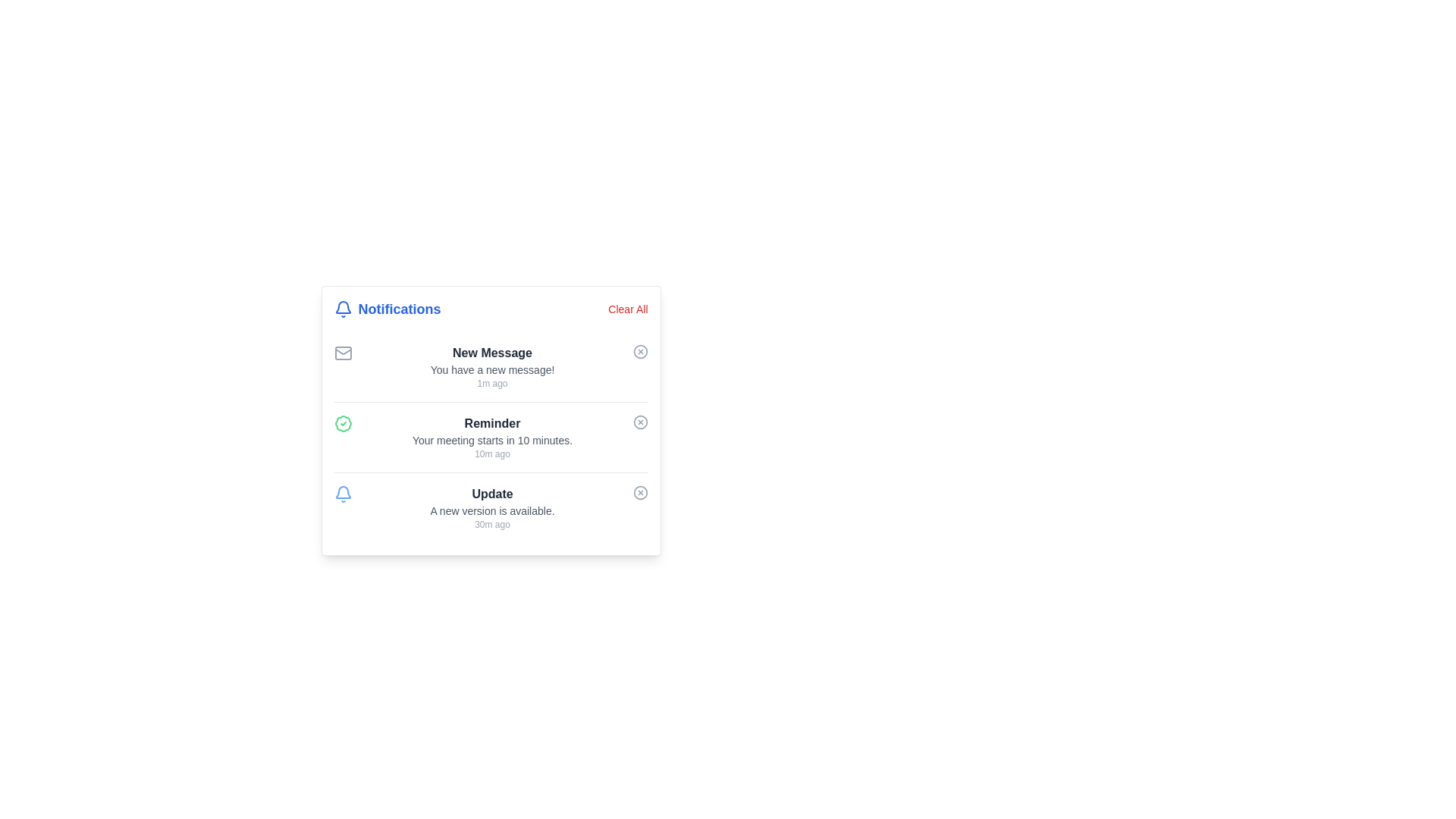 The image size is (1456, 819). What do you see at coordinates (491, 421) in the screenshot?
I see `individual notifications in the Notification Panel located centrally in the middle-upper section of the interface by clicking on them` at bounding box center [491, 421].